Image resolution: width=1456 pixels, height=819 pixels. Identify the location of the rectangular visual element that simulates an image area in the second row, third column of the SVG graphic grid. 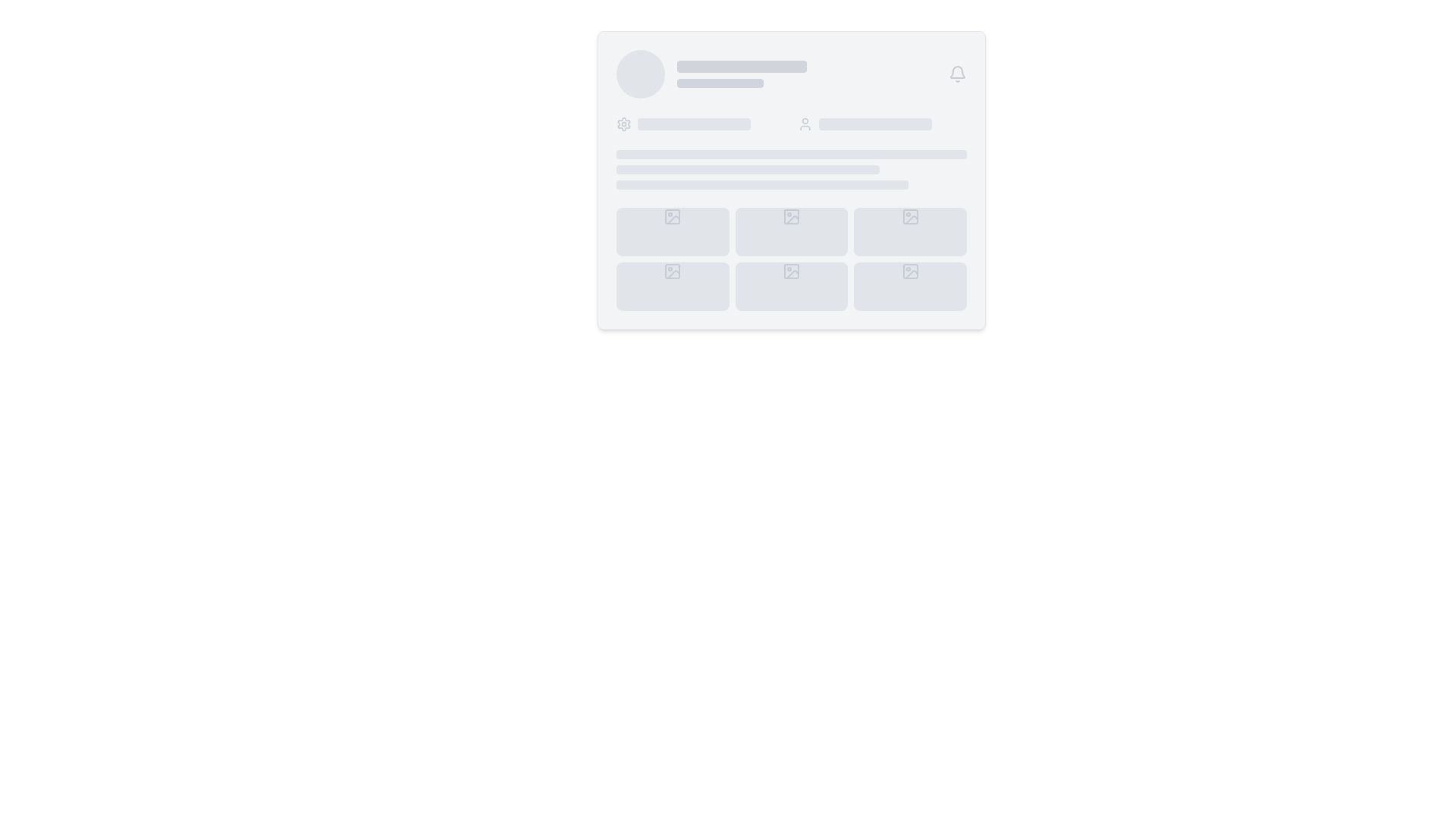
(910, 216).